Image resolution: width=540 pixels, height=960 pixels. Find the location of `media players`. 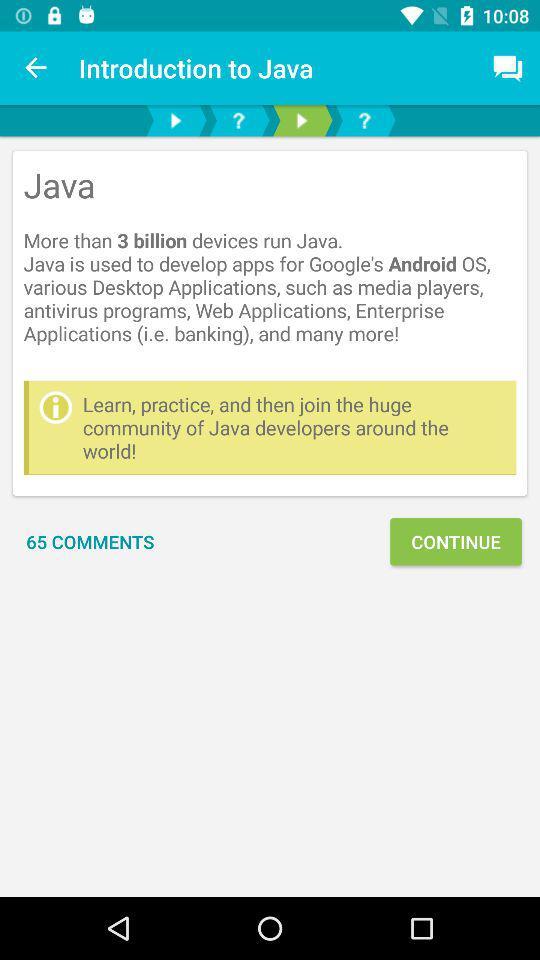

media players is located at coordinates (300, 120).